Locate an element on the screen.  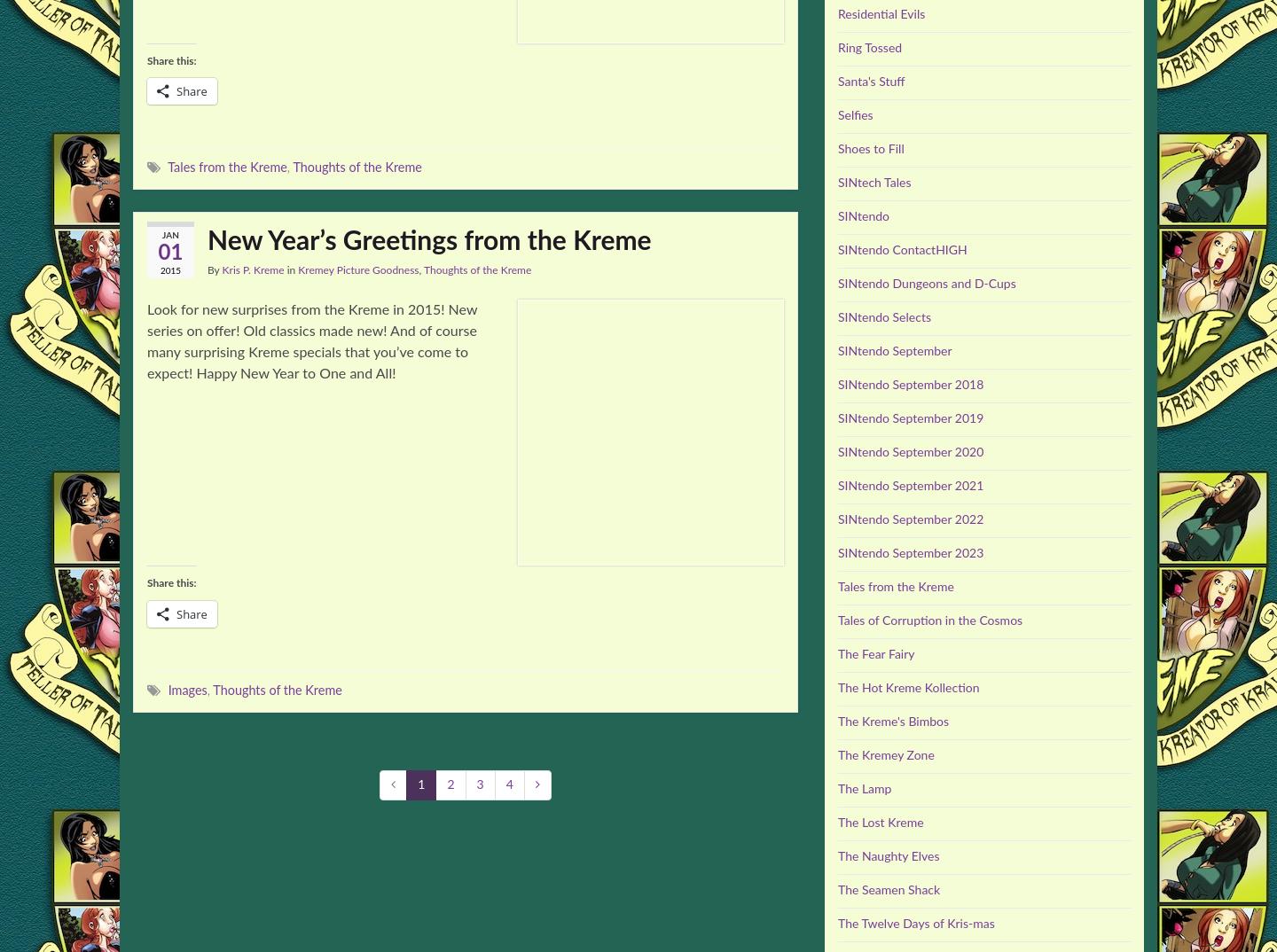
'The Lost Kreme' is located at coordinates (880, 823).